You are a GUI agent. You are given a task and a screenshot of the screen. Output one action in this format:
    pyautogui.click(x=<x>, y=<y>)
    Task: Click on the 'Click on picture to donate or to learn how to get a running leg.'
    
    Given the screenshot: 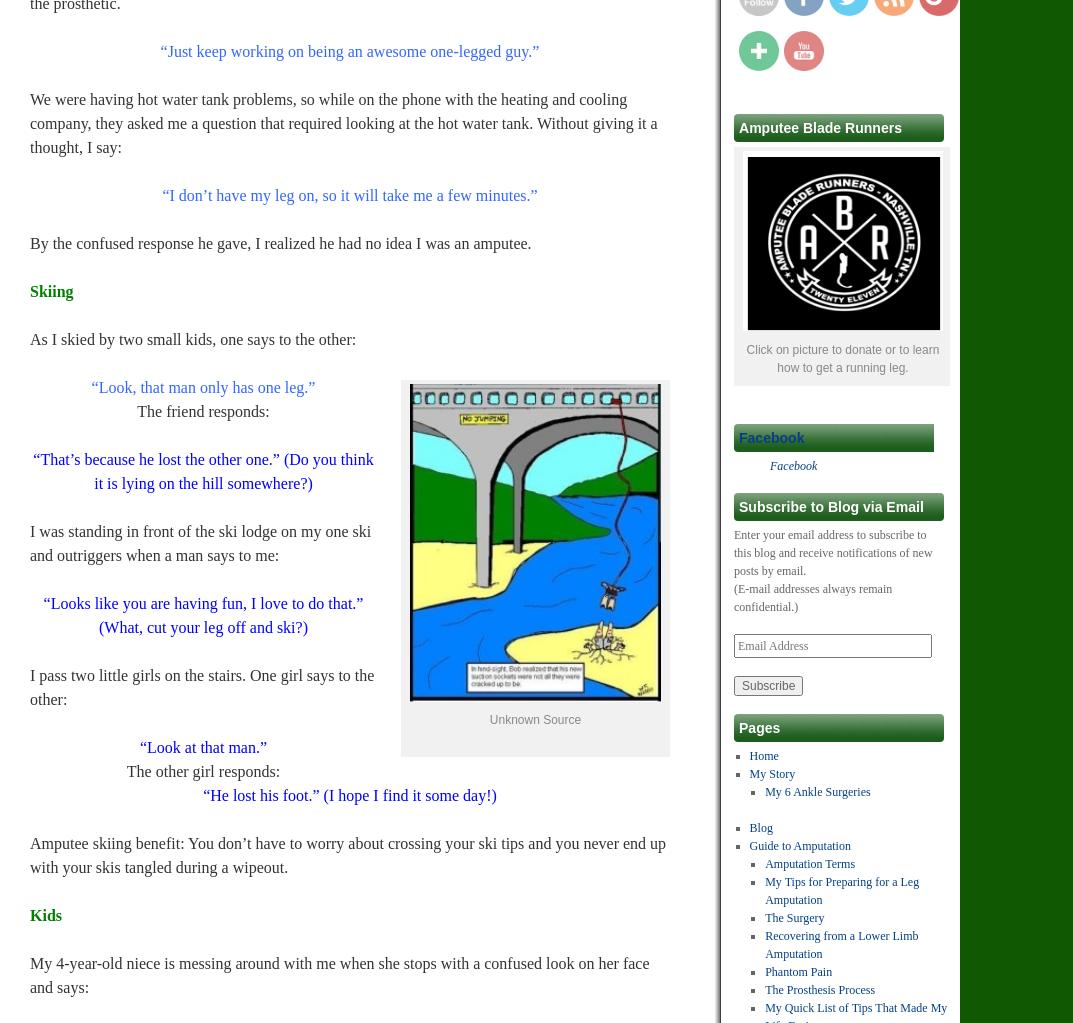 What is the action you would take?
    pyautogui.click(x=841, y=357)
    